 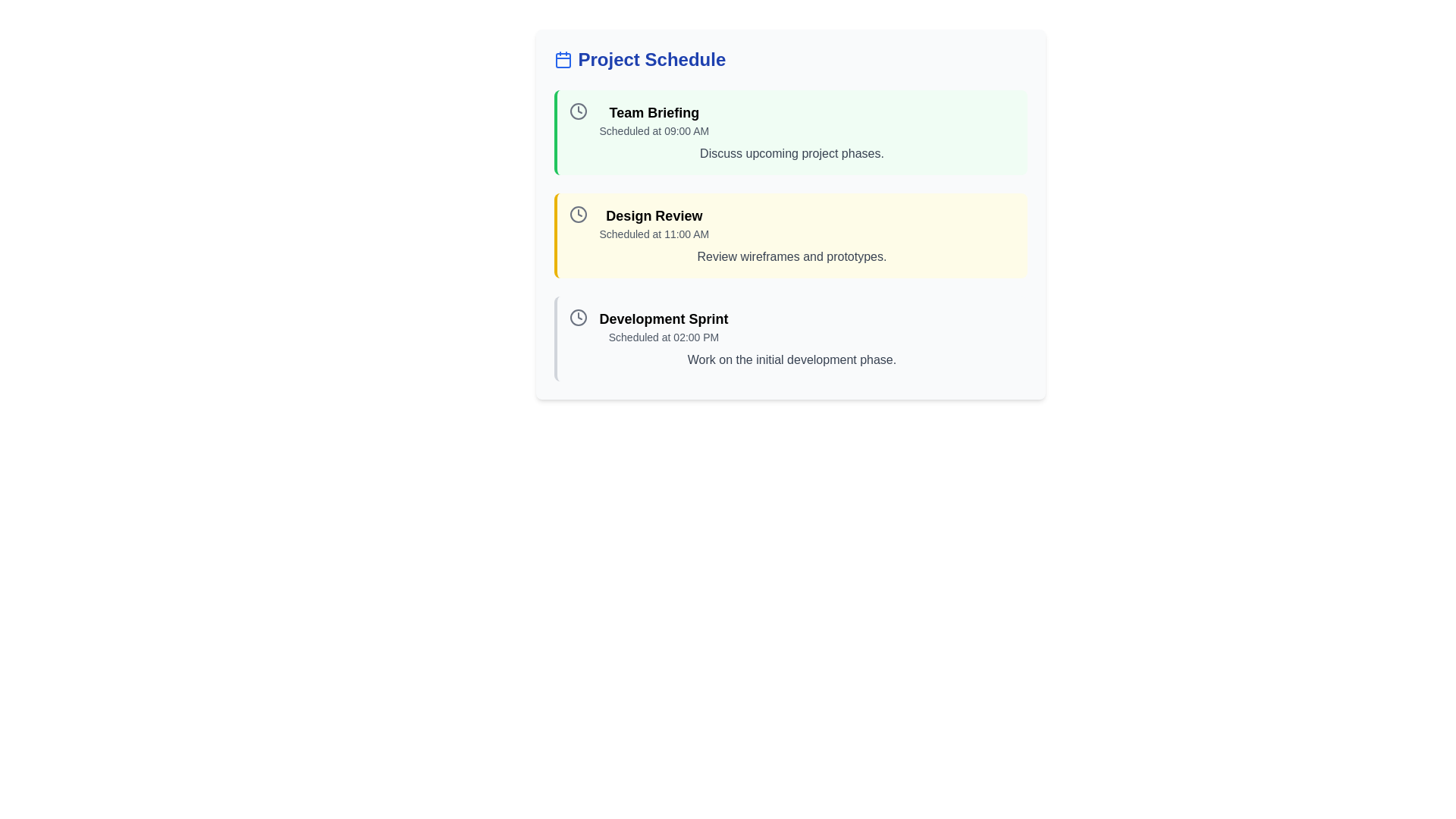 What do you see at coordinates (577, 214) in the screenshot?
I see `the visual cues within the circular outline of the second item under the 'Design Review' section in the 'Project Schedule' panel` at bounding box center [577, 214].